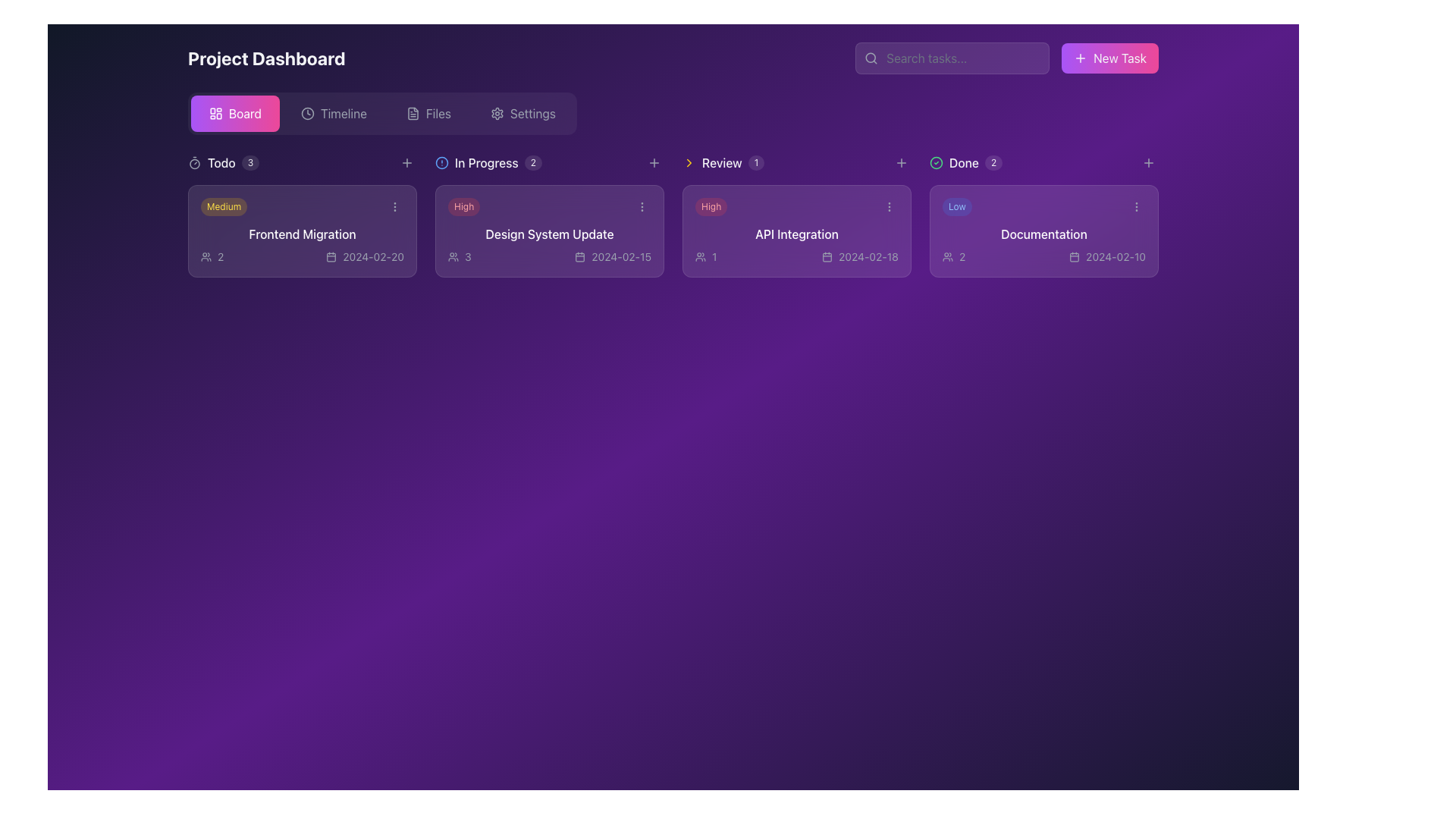 The image size is (1456, 819). Describe the element at coordinates (965, 163) in the screenshot. I see `the 'Done' label indicating the count of finished tasks, located under the 'Done' column header` at that location.